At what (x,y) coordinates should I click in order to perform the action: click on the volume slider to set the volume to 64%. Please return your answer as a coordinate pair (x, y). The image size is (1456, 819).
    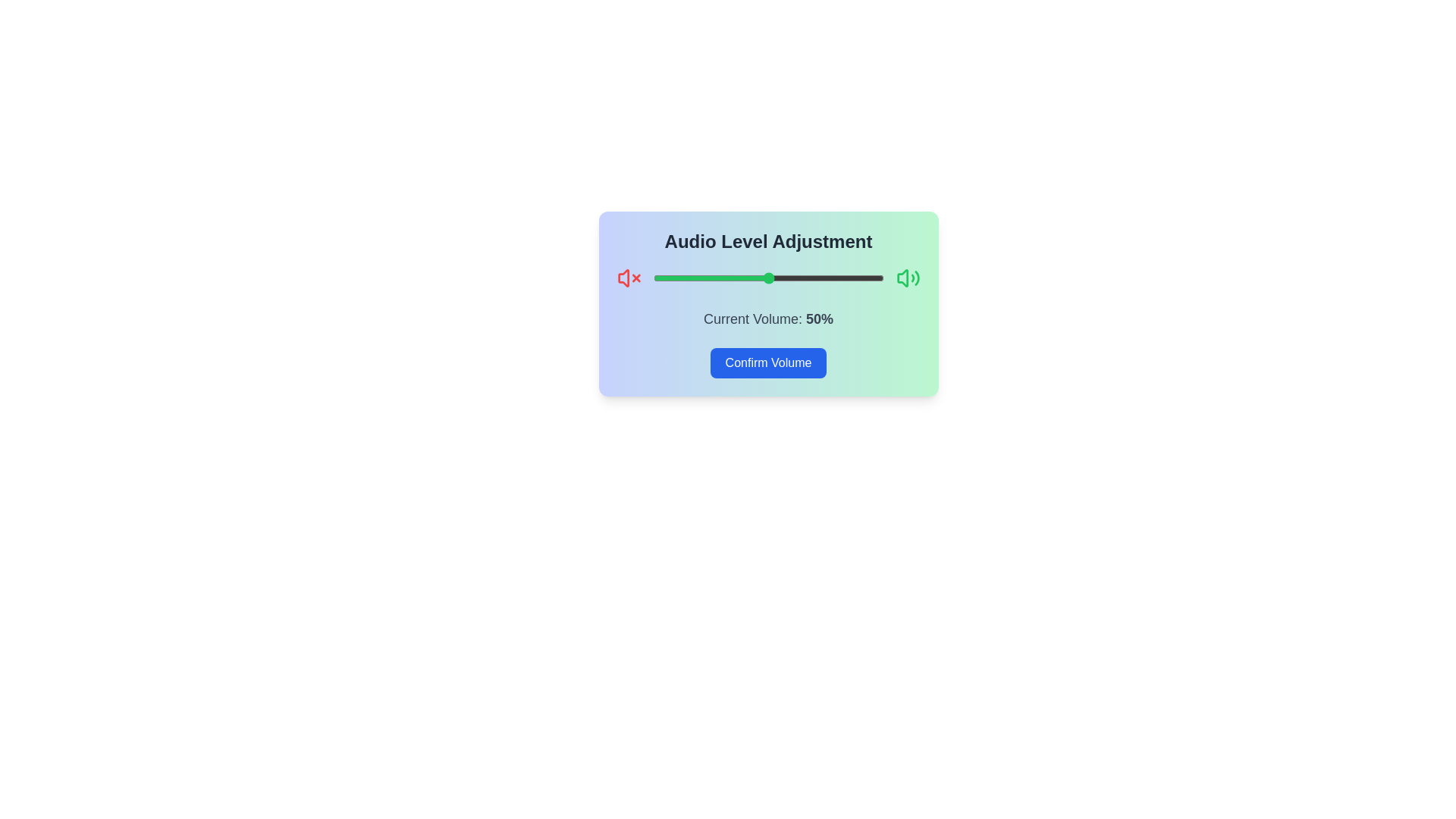
    Looking at the image, I should click on (800, 278).